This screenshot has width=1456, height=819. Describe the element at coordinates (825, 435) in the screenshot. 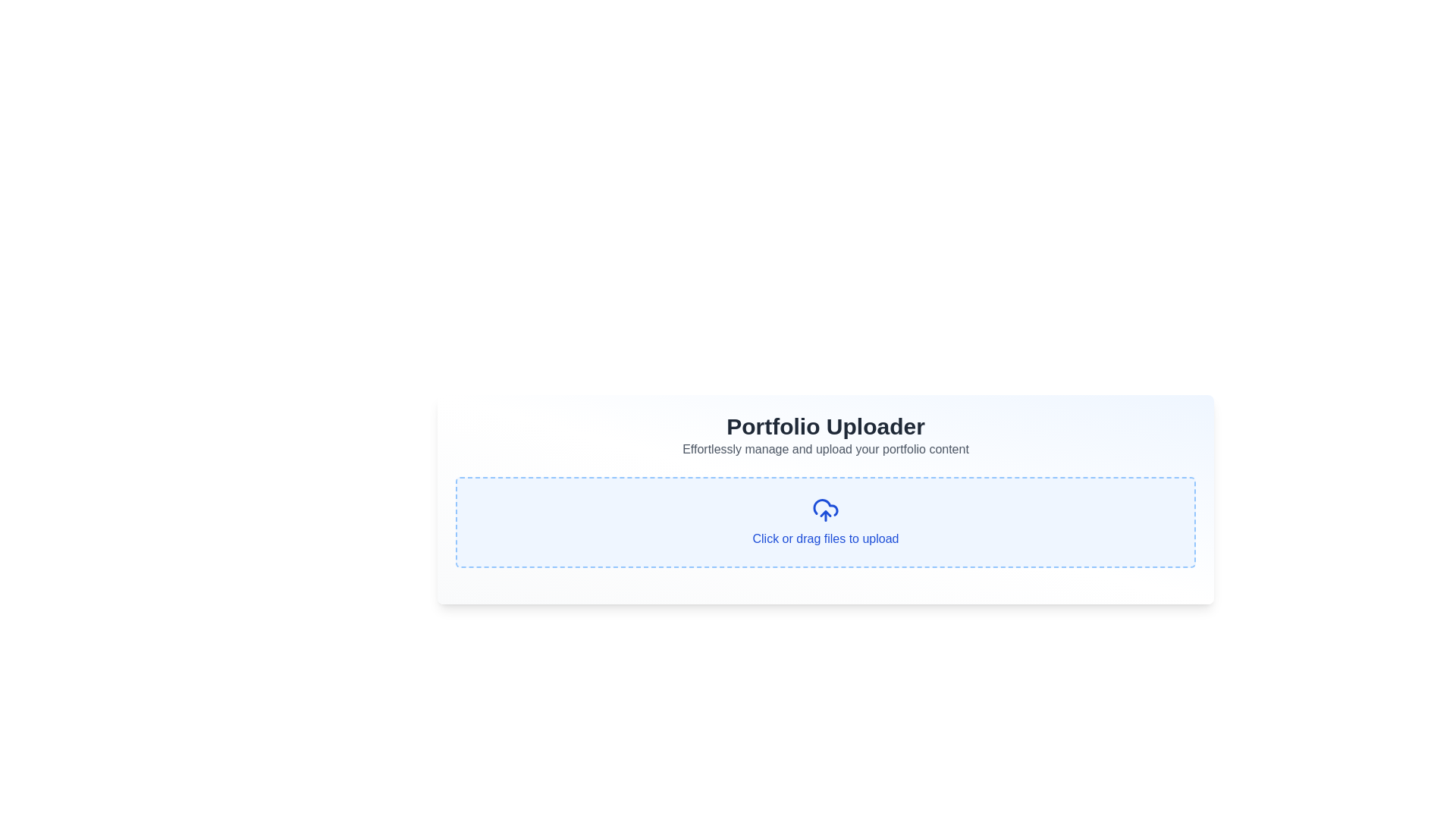

I see `the text block that serves as a descriptive header and subheader for the portfolio content upload section` at that location.